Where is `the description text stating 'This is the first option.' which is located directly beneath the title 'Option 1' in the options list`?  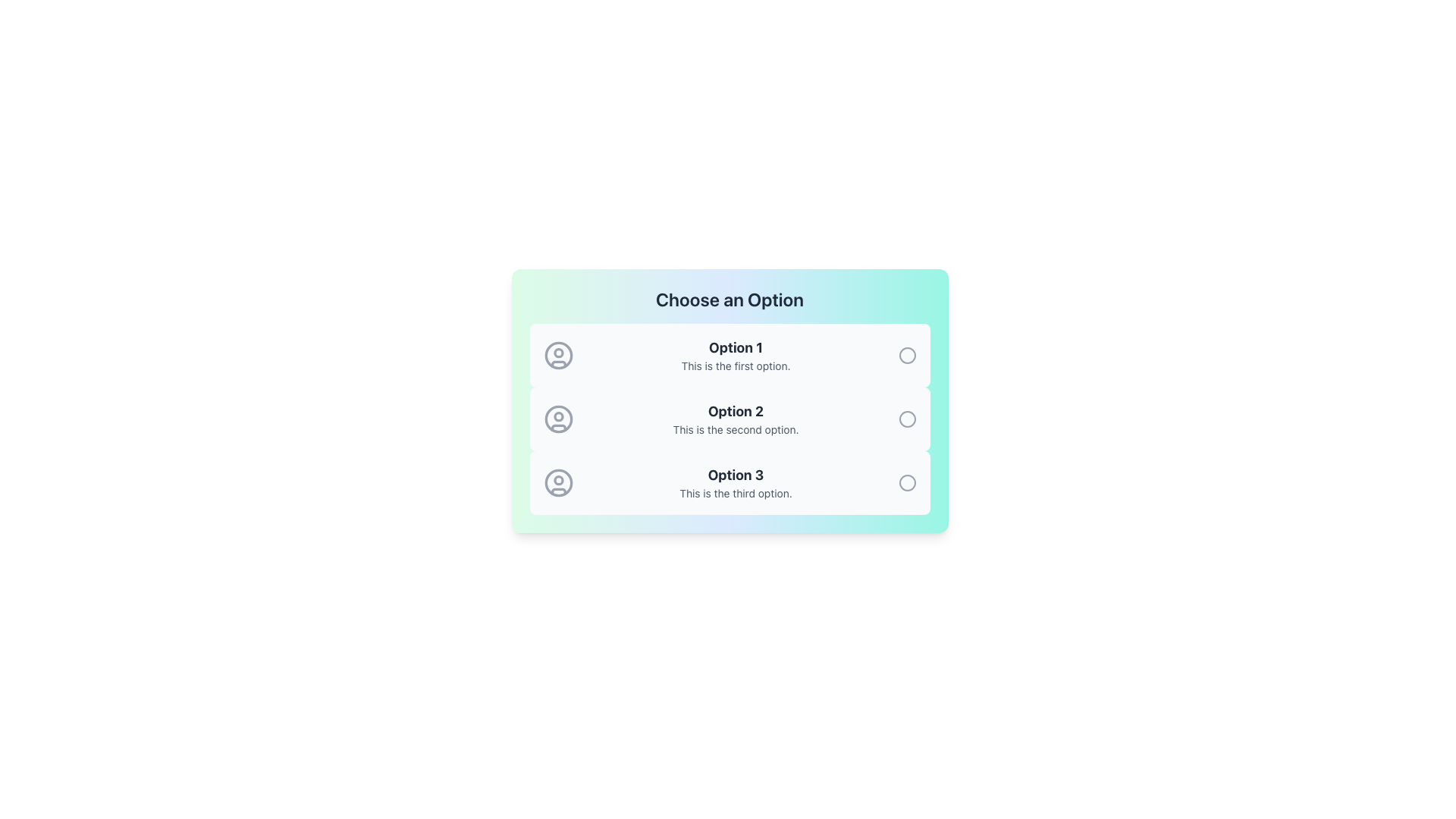
the description text stating 'This is the first option.' which is located directly beneath the title 'Option 1' in the options list is located at coordinates (736, 366).